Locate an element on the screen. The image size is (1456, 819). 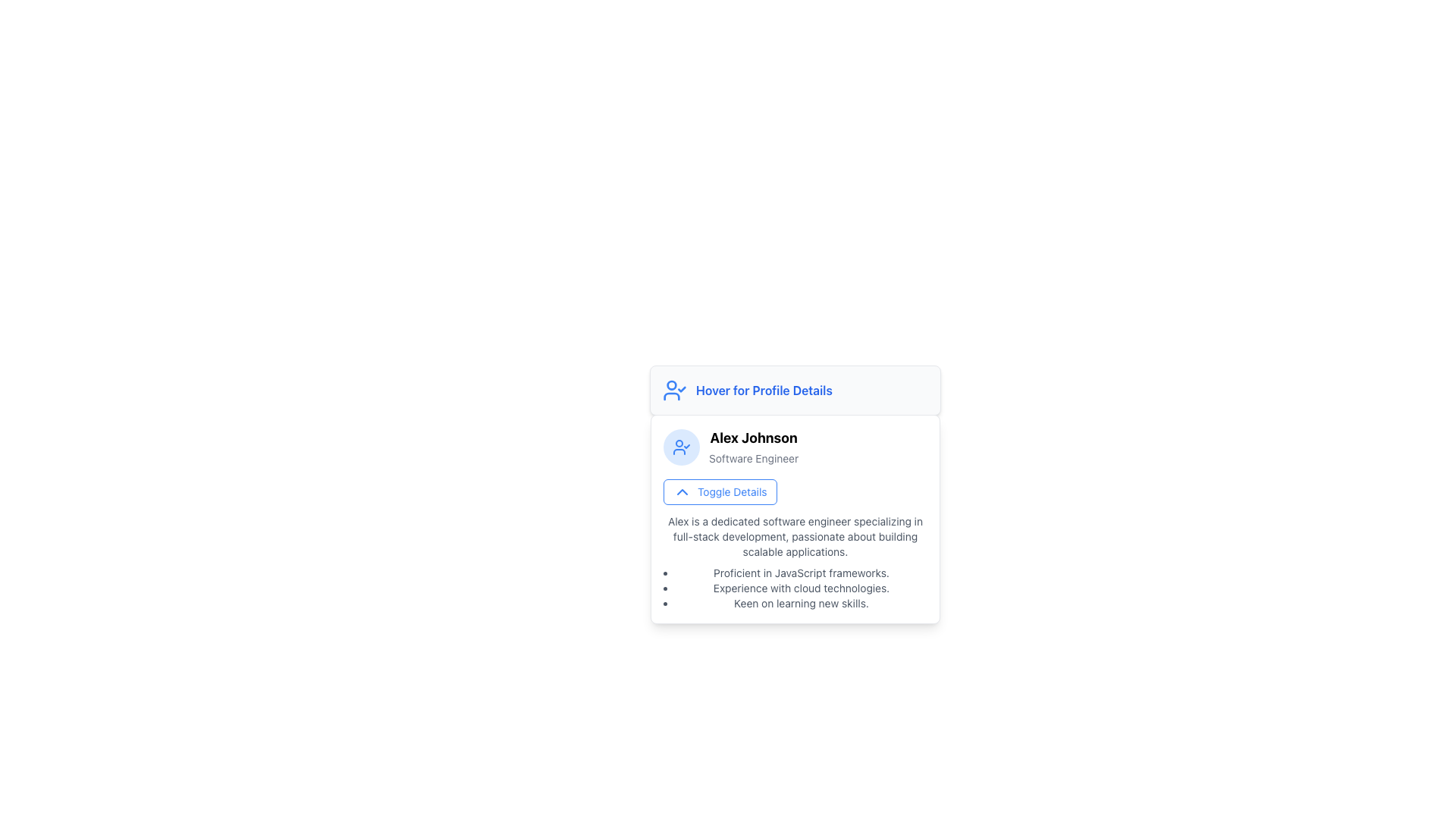
the Static Text Label with Icon that indicates a hover interaction prompt for displaying profile details, located above the 'Alex Johnson' profile section is located at coordinates (795, 390).